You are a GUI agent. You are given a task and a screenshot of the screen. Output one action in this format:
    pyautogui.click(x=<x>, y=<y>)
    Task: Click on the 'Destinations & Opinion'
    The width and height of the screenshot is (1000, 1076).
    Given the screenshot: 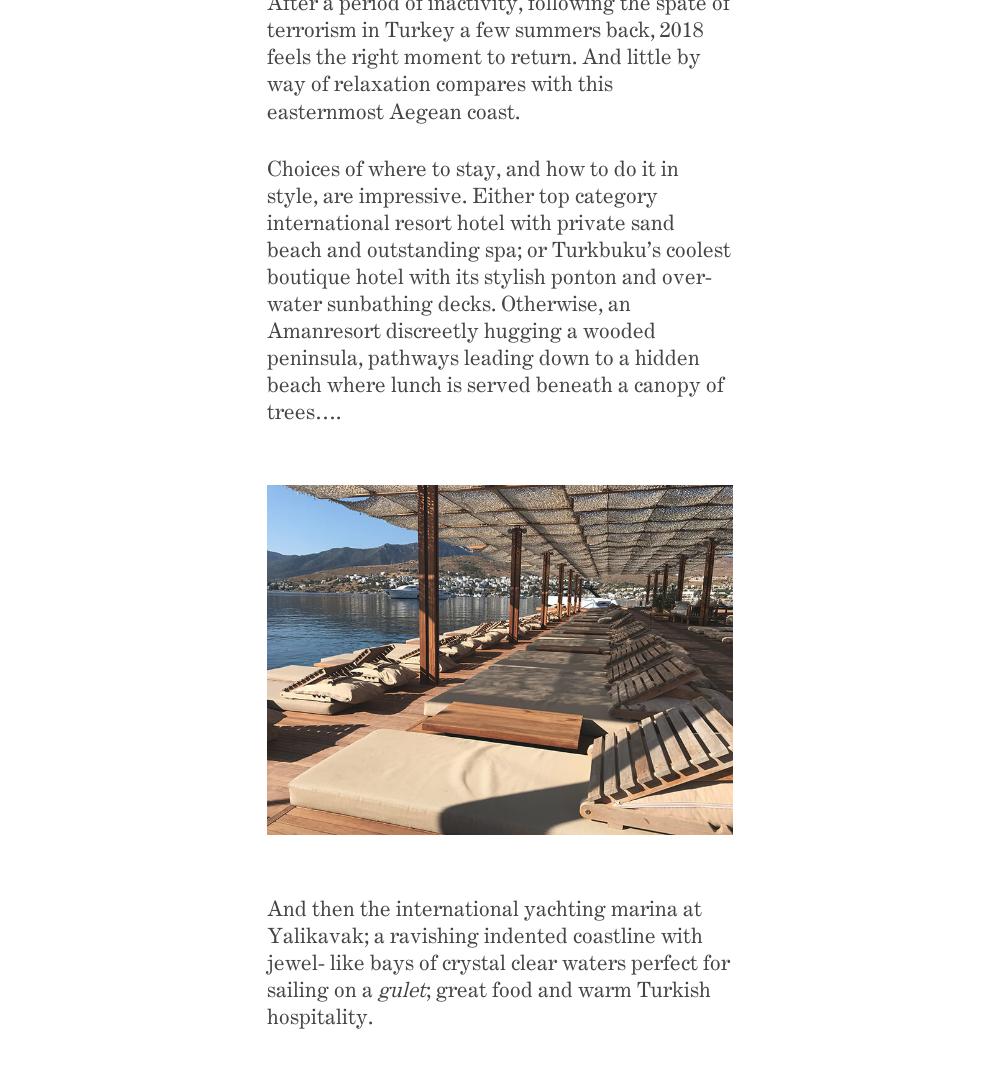 What is the action you would take?
    pyautogui.click(x=255, y=248)
    